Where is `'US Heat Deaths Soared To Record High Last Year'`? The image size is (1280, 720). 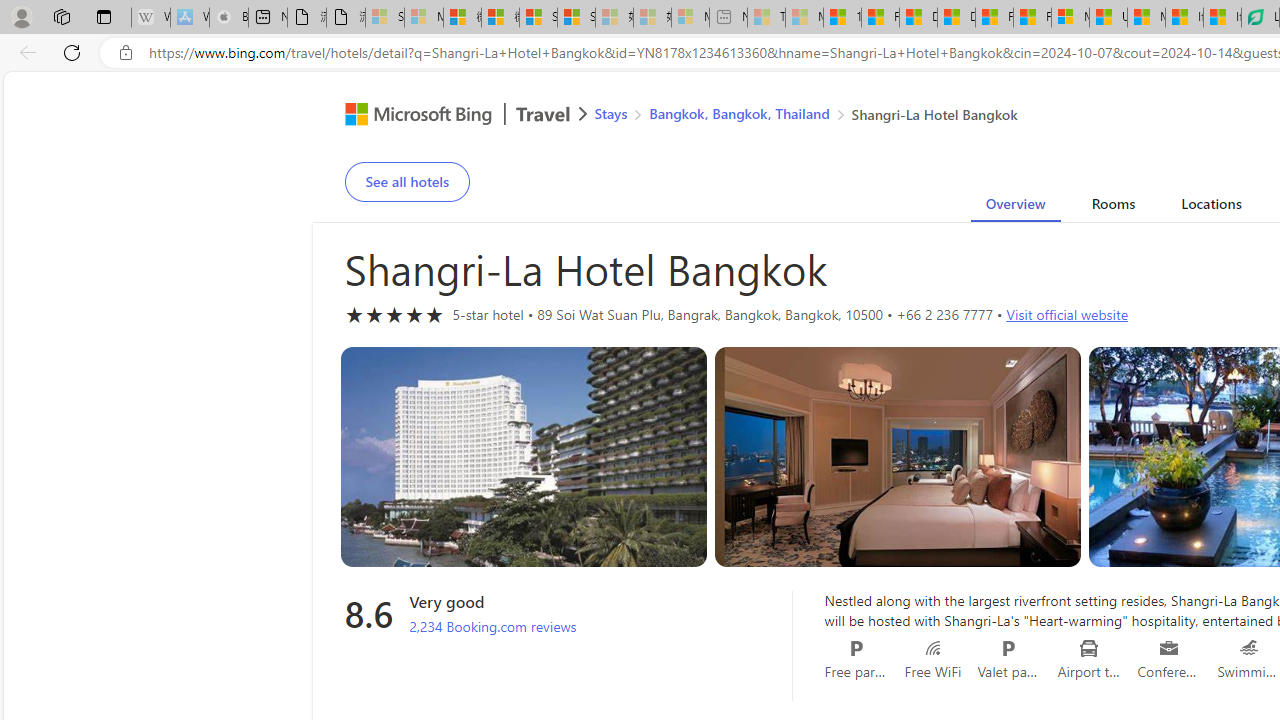
'US Heat Deaths Soared To Record High Last Year' is located at coordinates (1108, 17).